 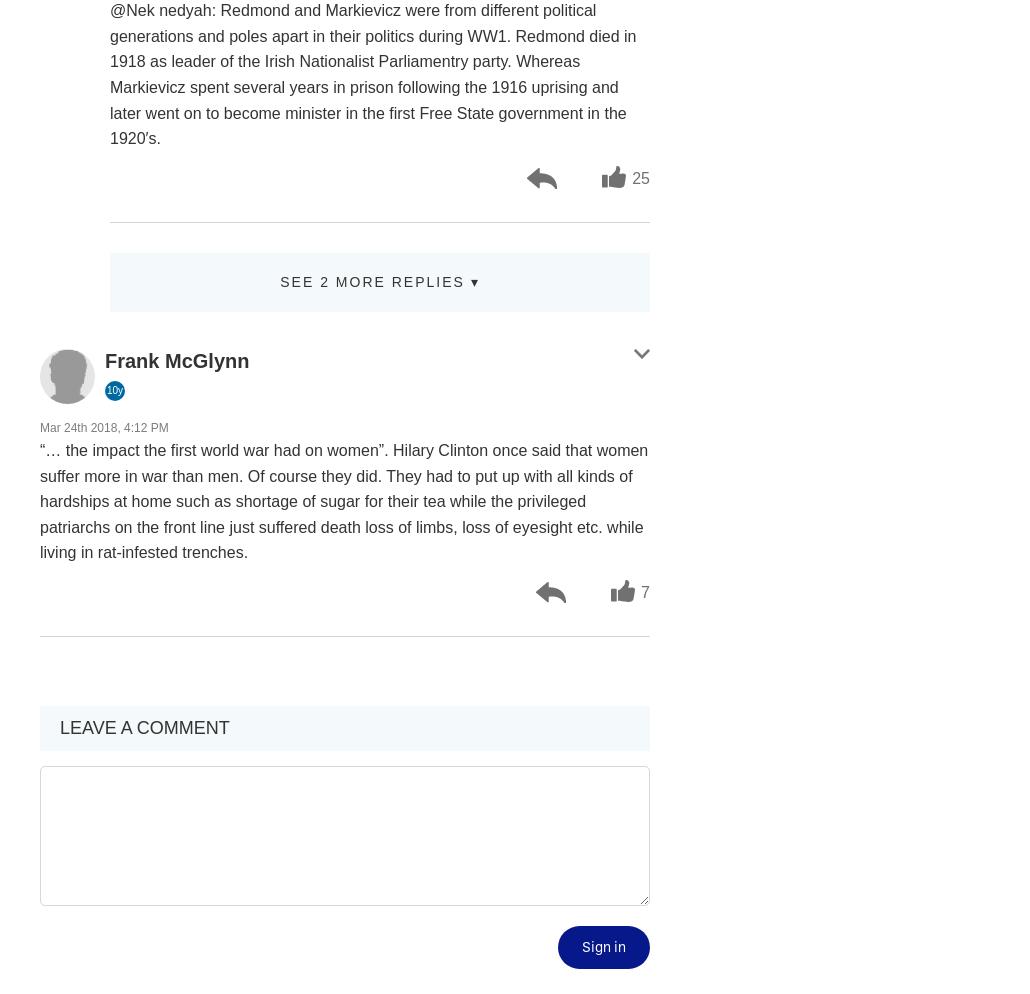 What do you see at coordinates (379, 280) in the screenshot?
I see `'See 2 more replies   ▾'` at bounding box center [379, 280].